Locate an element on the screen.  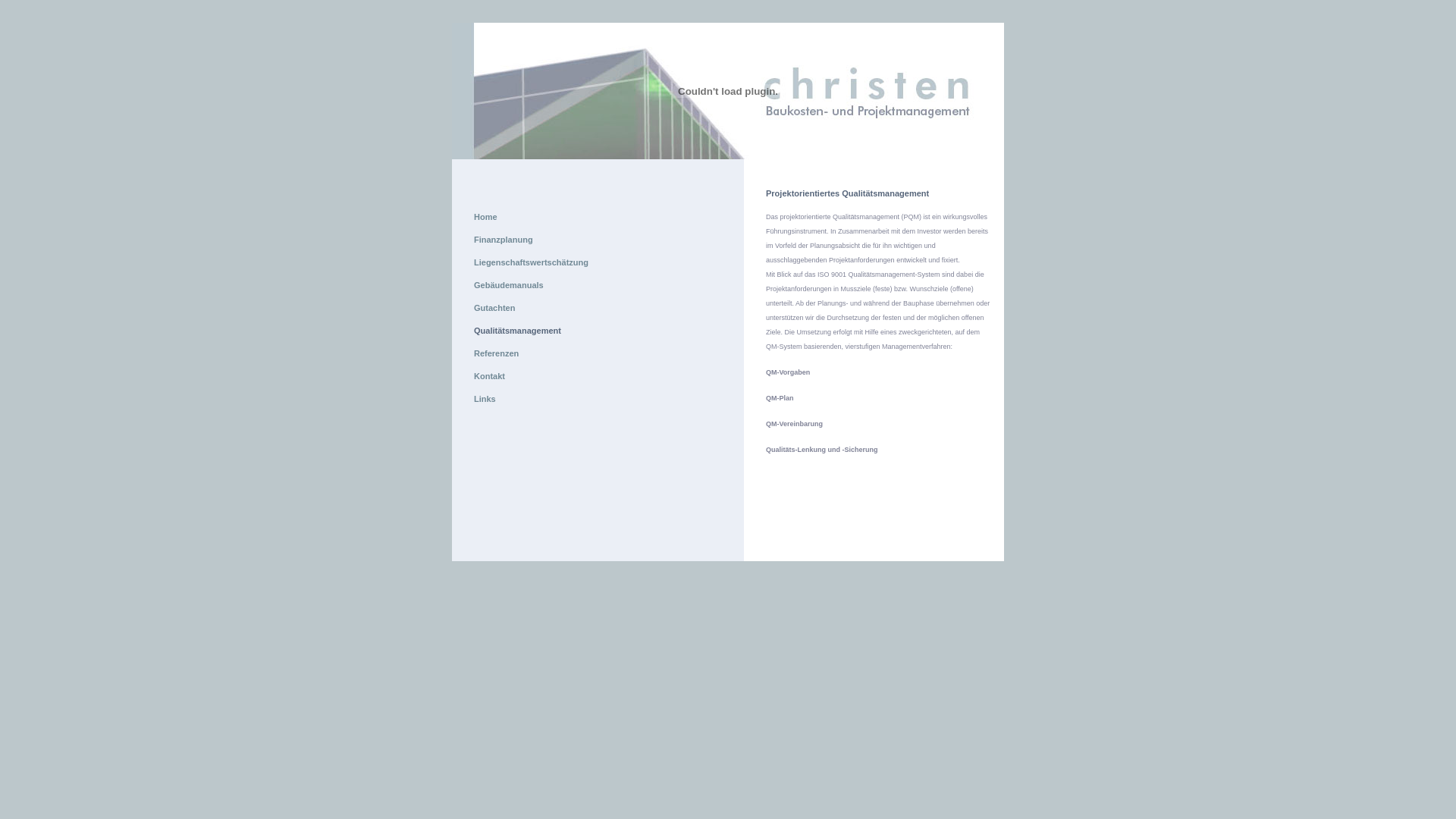
'QM-Vorgaben' is located at coordinates (787, 372).